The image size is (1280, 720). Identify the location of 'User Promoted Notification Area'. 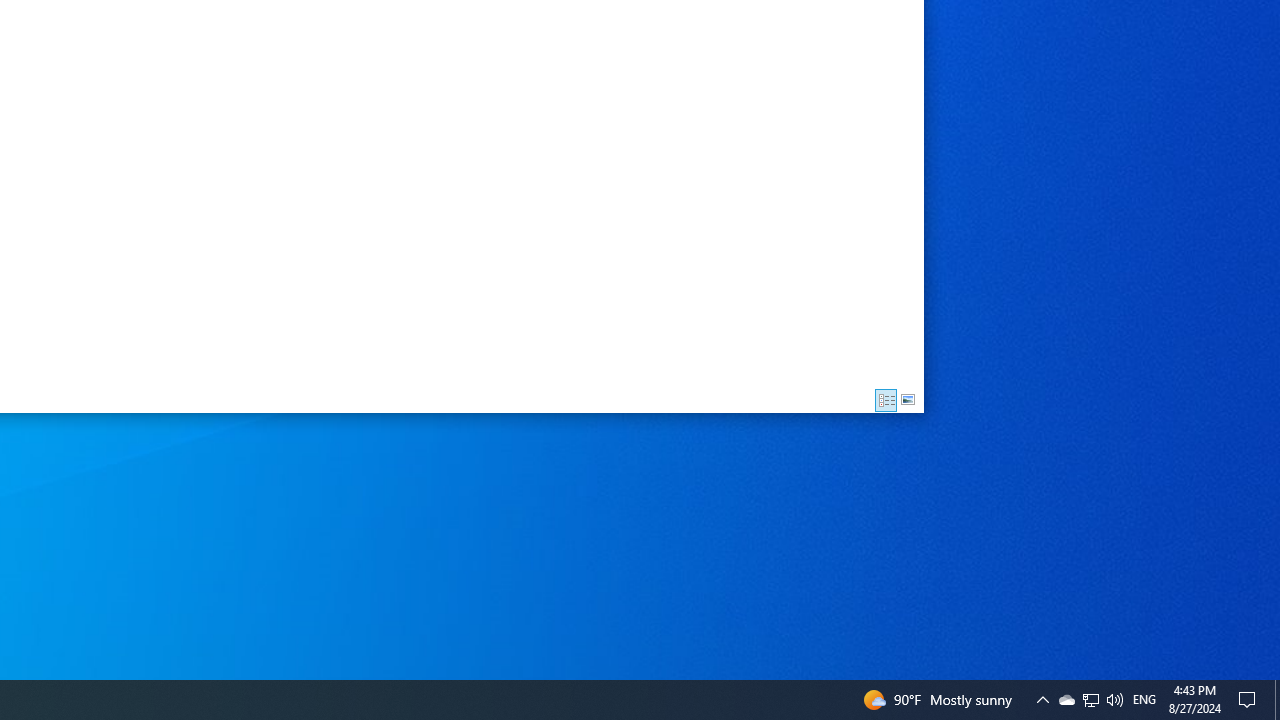
(1089, 698).